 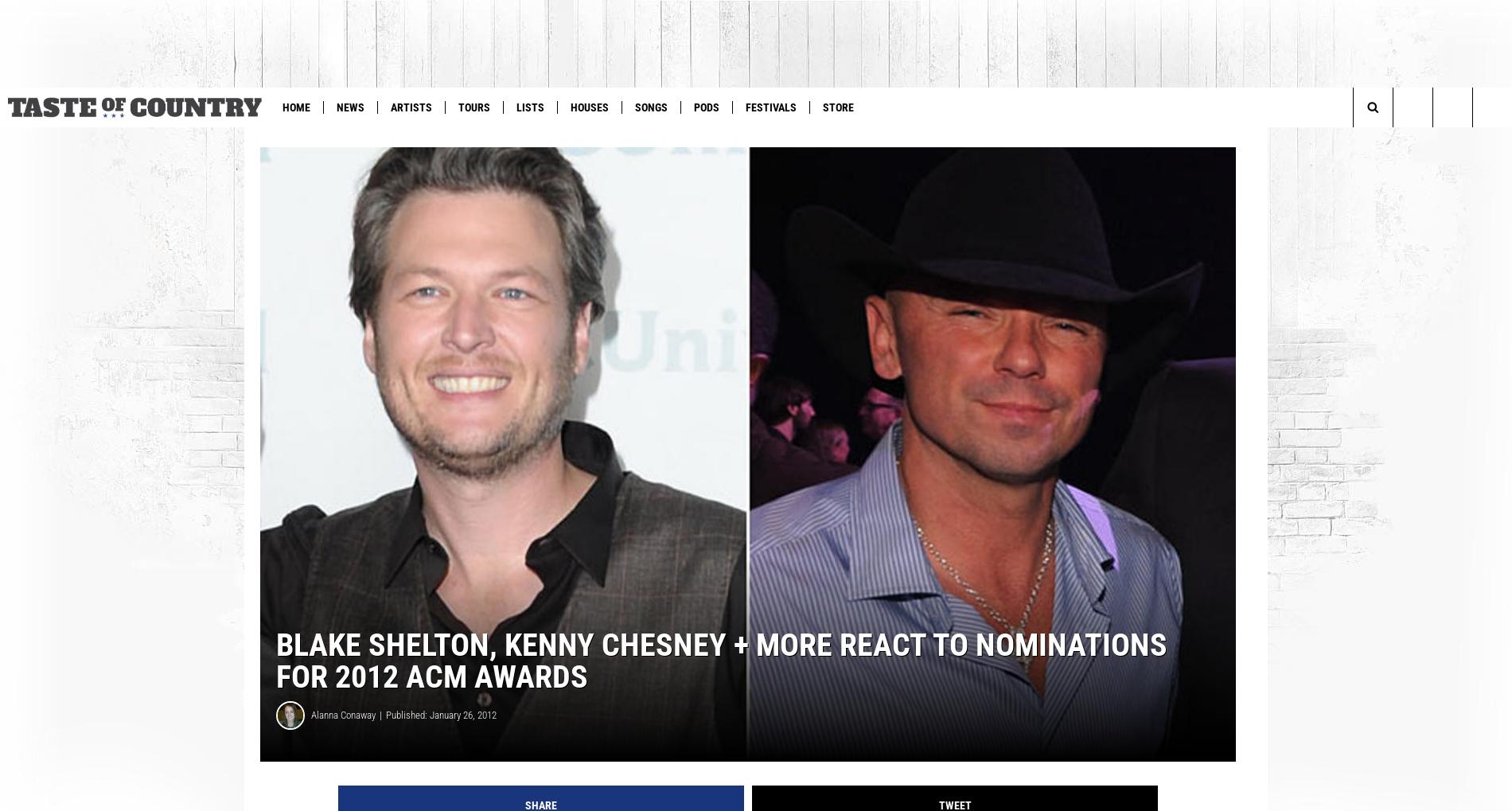 I want to click on 'WIN: See Morgan Wallen in Vegas', so click(x=486, y=139).